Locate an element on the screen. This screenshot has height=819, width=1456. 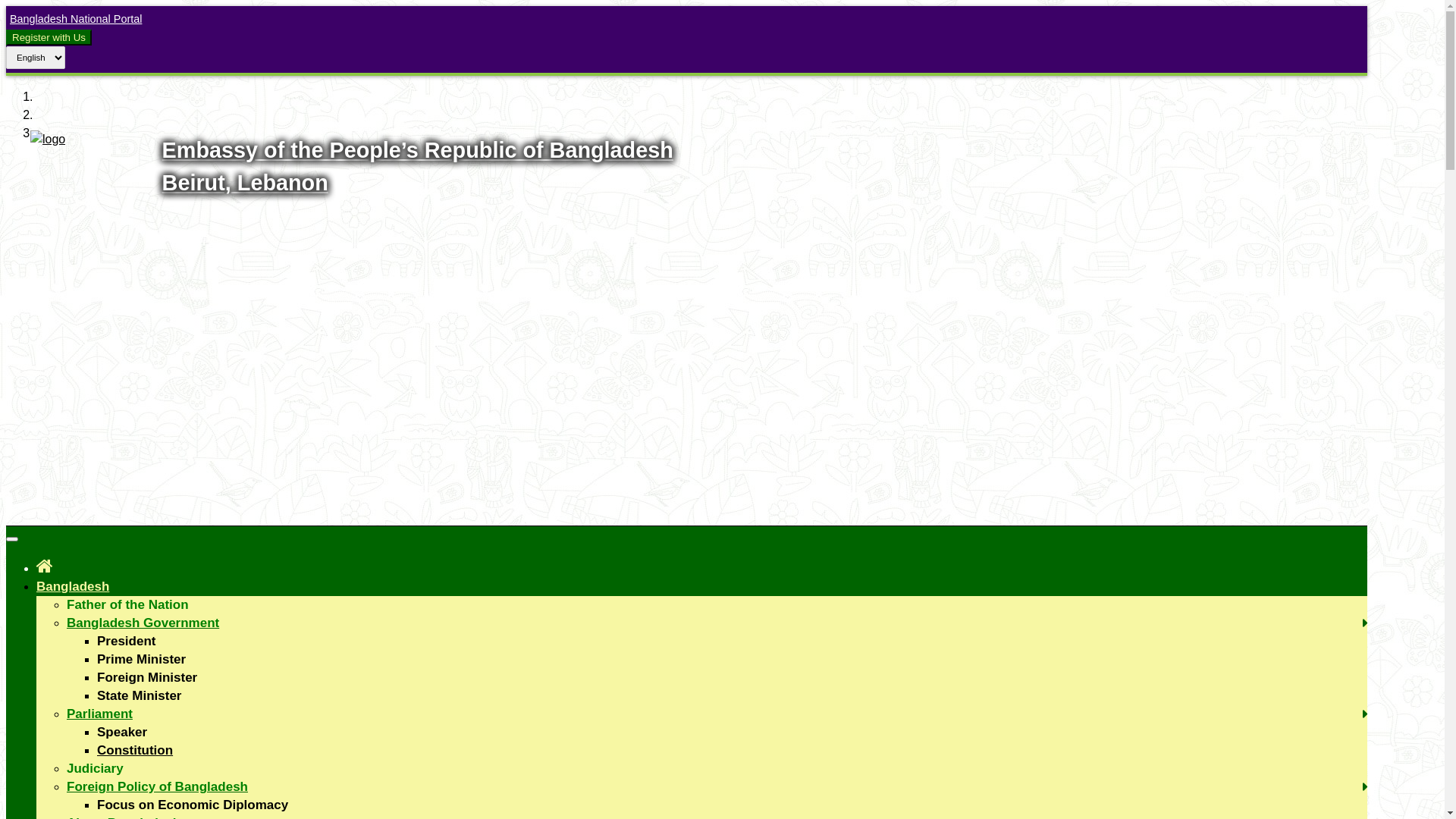
'Focus on Economic Diplomacy' is located at coordinates (192, 804).